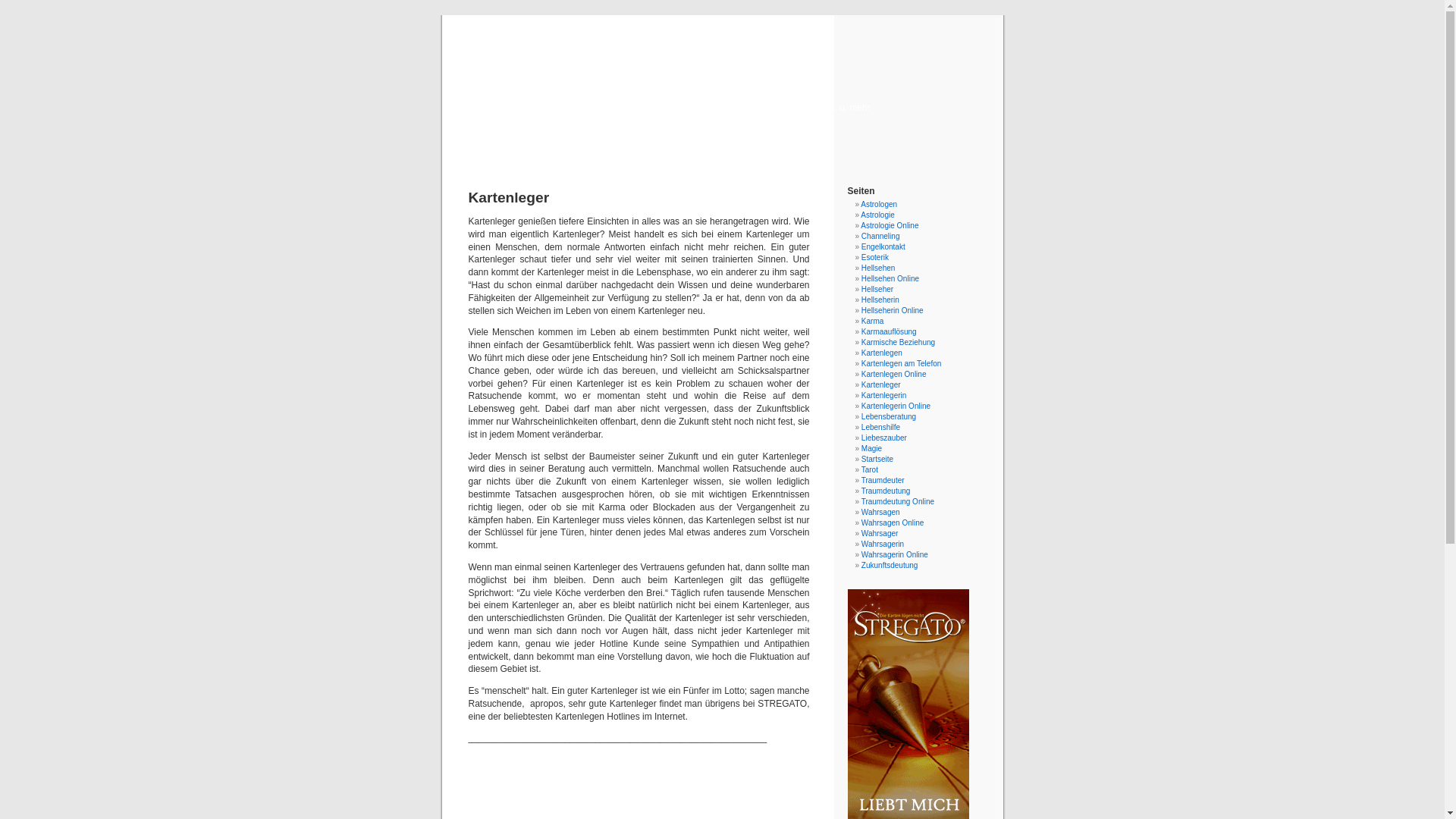  What do you see at coordinates (890, 278) in the screenshot?
I see `'Hellsehen Online'` at bounding box center [890, 278].